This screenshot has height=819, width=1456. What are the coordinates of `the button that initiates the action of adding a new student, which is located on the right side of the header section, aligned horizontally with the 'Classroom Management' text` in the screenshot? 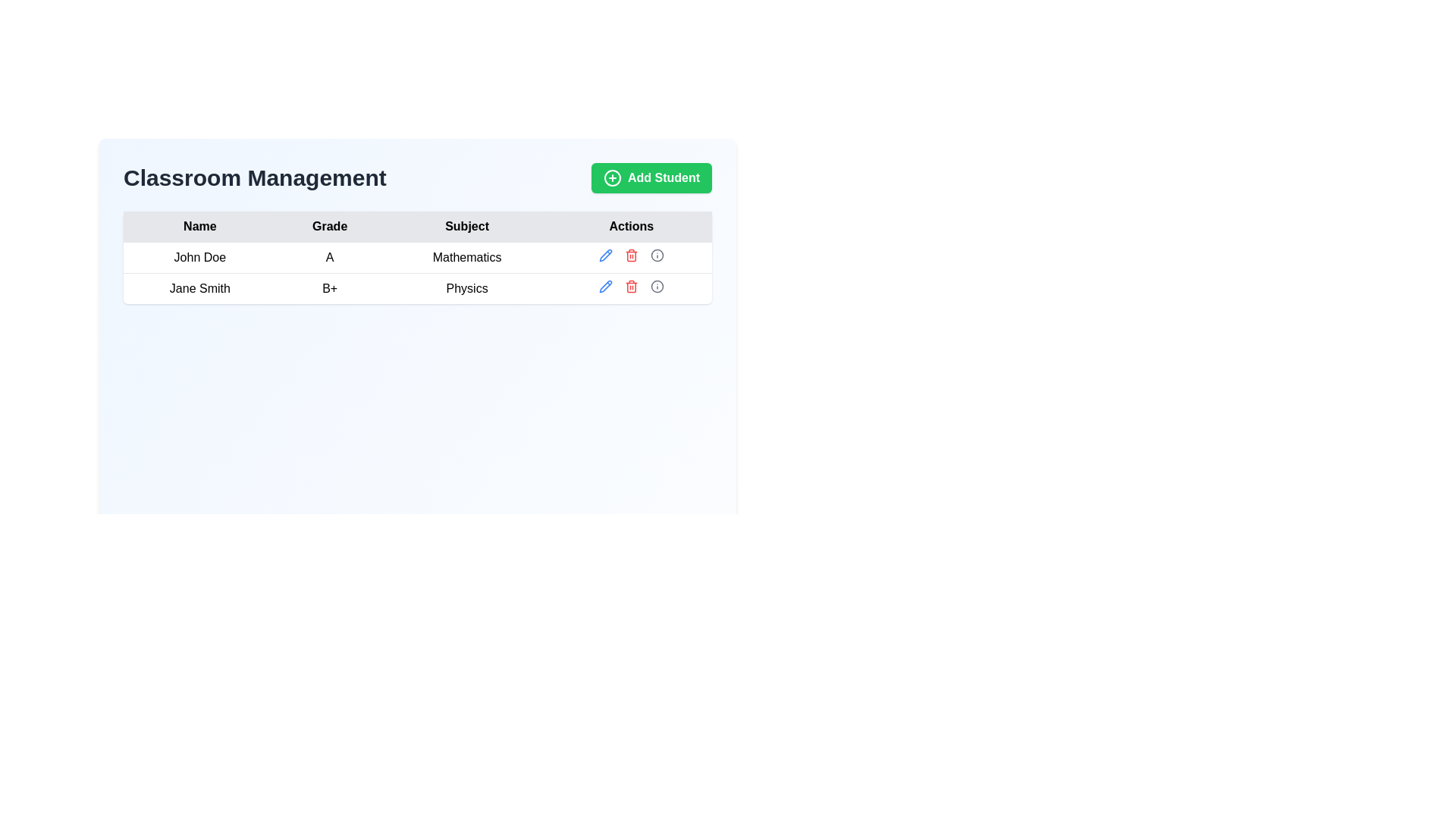 It's located at (651, 177).